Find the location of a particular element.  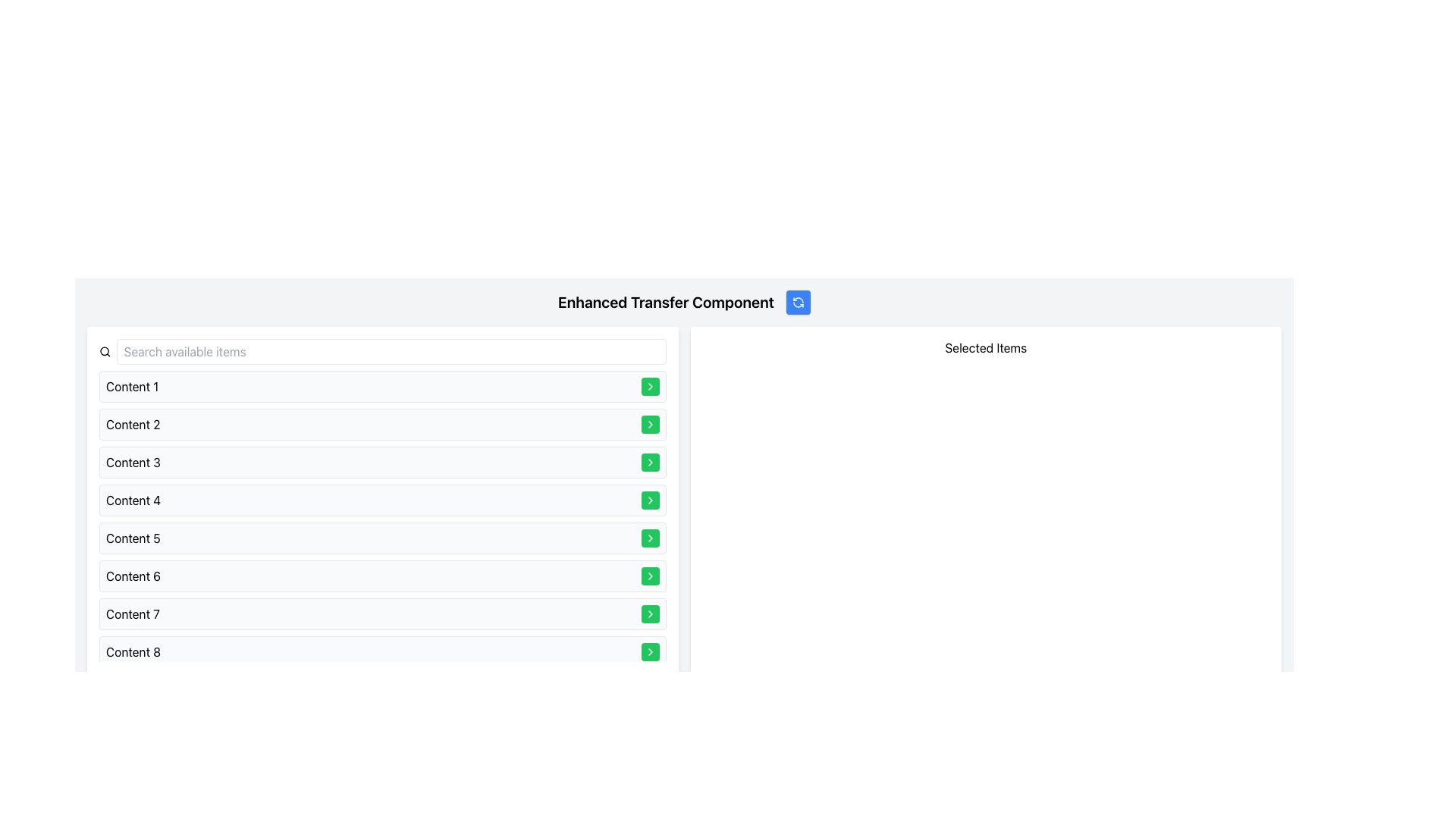

the chevron icon button with a green background and white outlined arrow located on the left side of the seventh list item is located at coordinates (650, 576).